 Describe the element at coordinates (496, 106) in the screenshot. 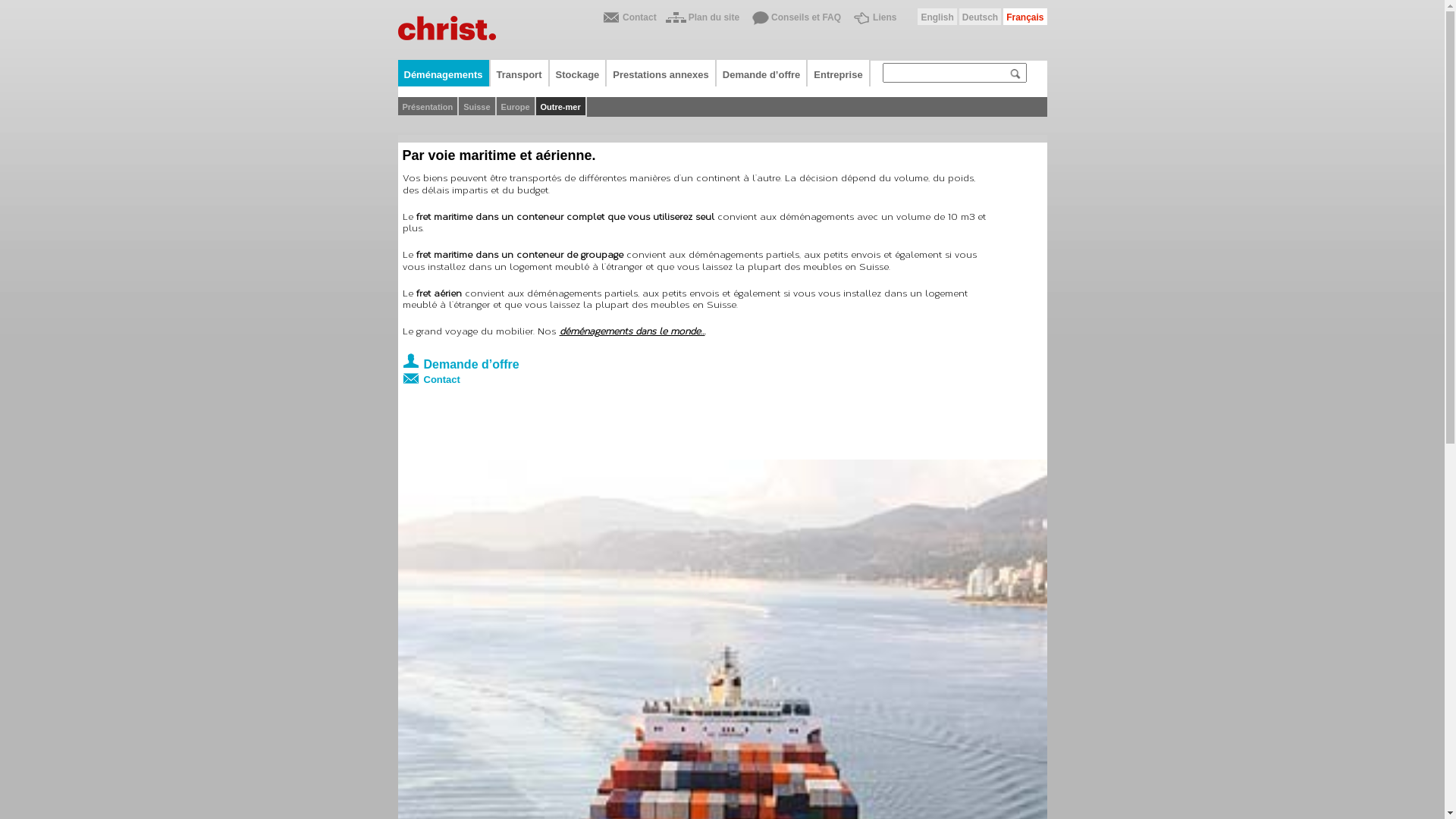

I see `'Europe'` at that location.